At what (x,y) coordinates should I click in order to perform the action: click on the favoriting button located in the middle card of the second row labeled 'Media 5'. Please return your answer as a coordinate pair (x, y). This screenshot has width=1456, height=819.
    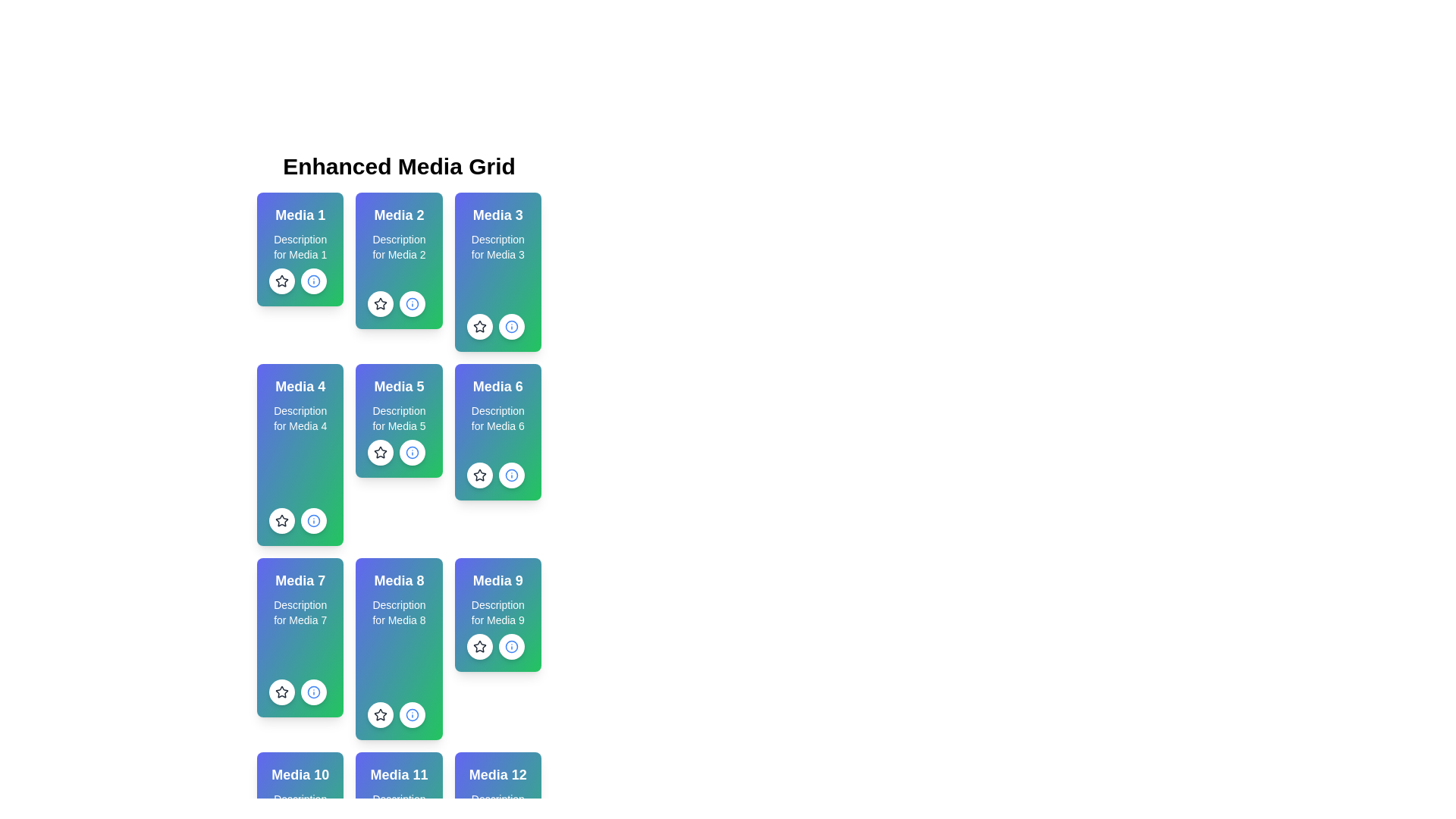
    Looking at the image, I should click on (381, 451).